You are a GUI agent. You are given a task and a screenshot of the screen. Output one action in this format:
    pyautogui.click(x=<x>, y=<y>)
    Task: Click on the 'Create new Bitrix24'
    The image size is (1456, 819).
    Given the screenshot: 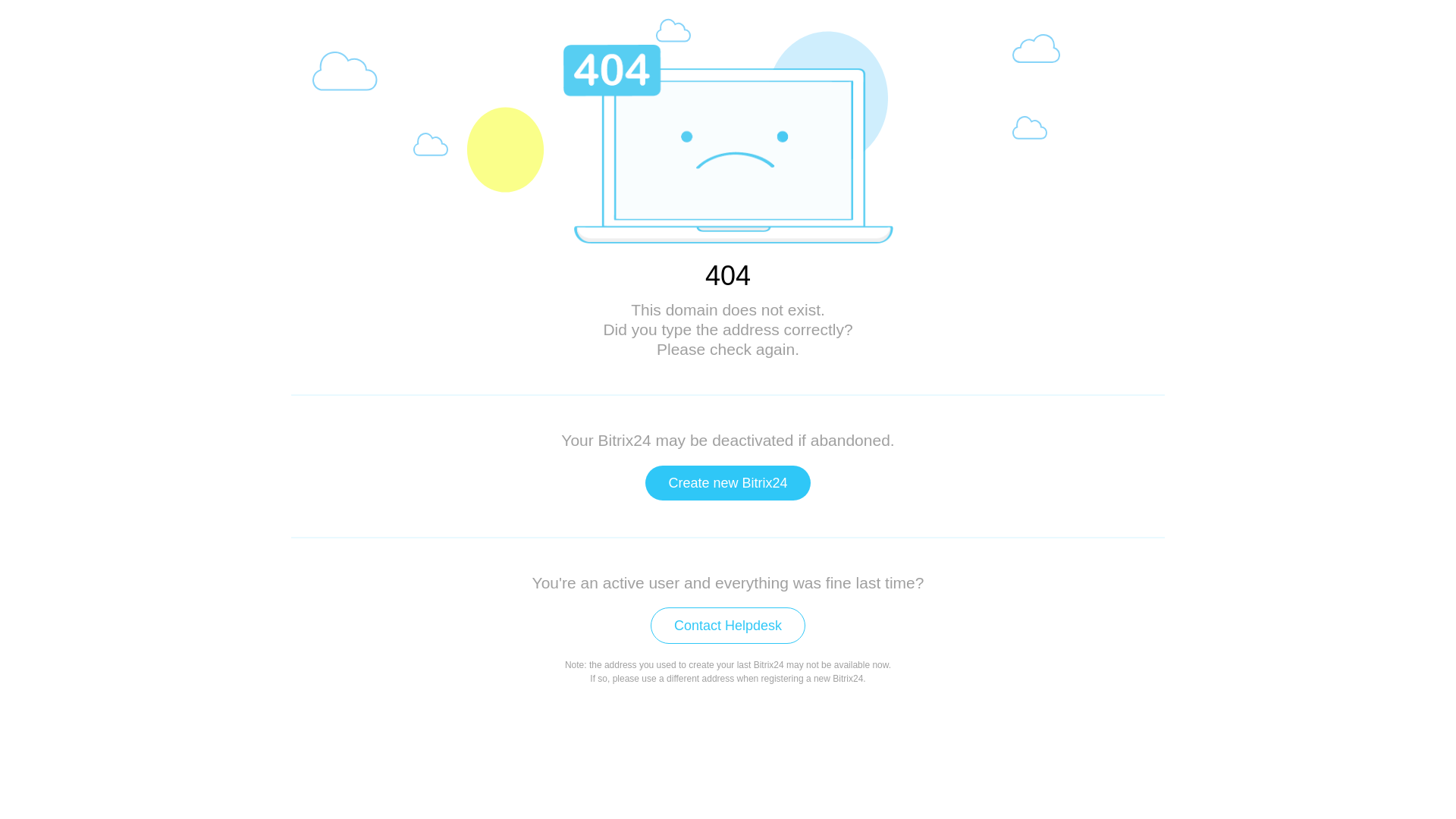 What is the action you would take?
    pyautogui.click(x=726, y=482)
    